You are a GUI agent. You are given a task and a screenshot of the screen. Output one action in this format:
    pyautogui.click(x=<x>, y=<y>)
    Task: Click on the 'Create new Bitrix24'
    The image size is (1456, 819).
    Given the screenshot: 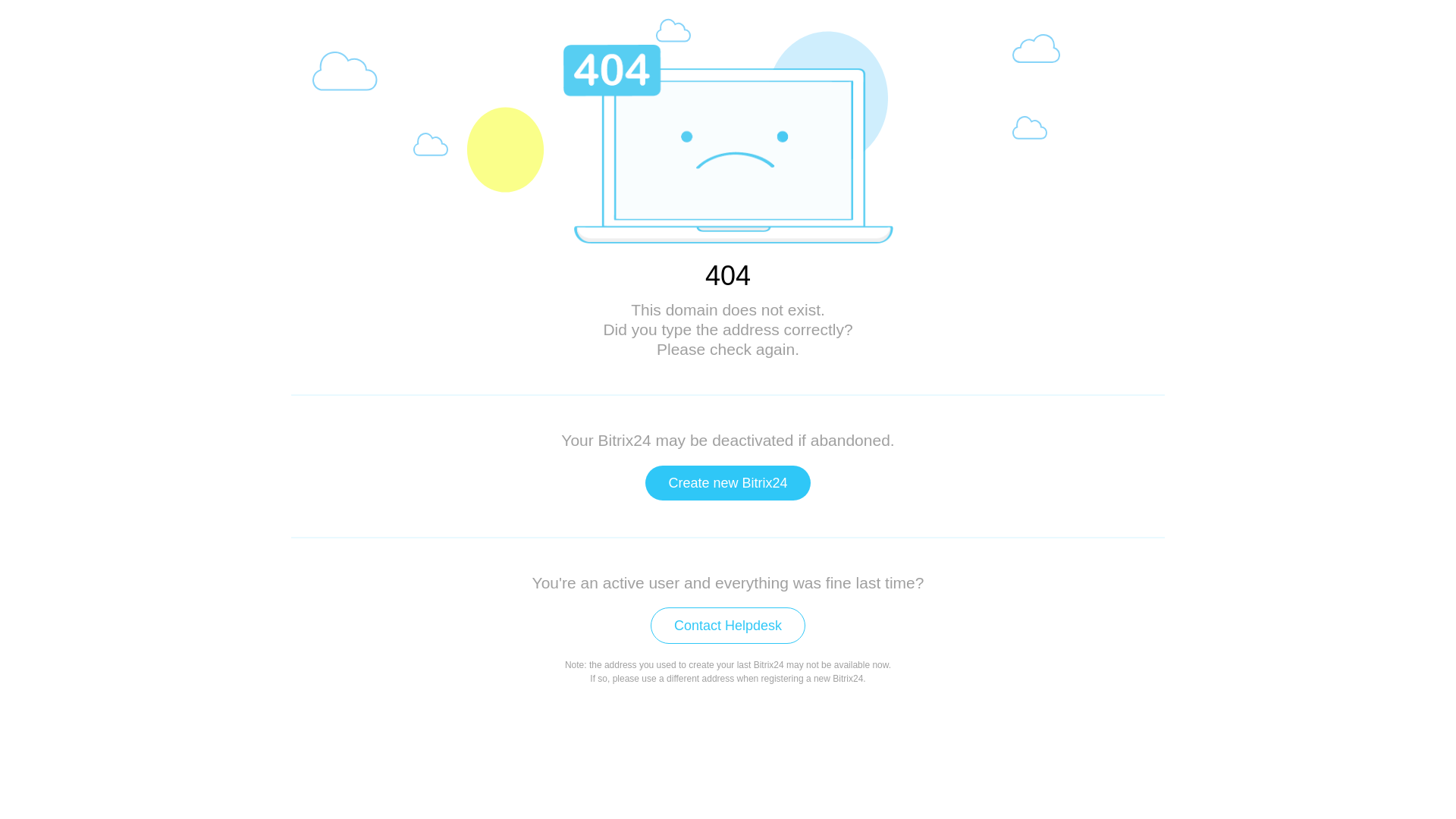 What is the action you would take?
    pyautogui.click(x=726, y=482)
    